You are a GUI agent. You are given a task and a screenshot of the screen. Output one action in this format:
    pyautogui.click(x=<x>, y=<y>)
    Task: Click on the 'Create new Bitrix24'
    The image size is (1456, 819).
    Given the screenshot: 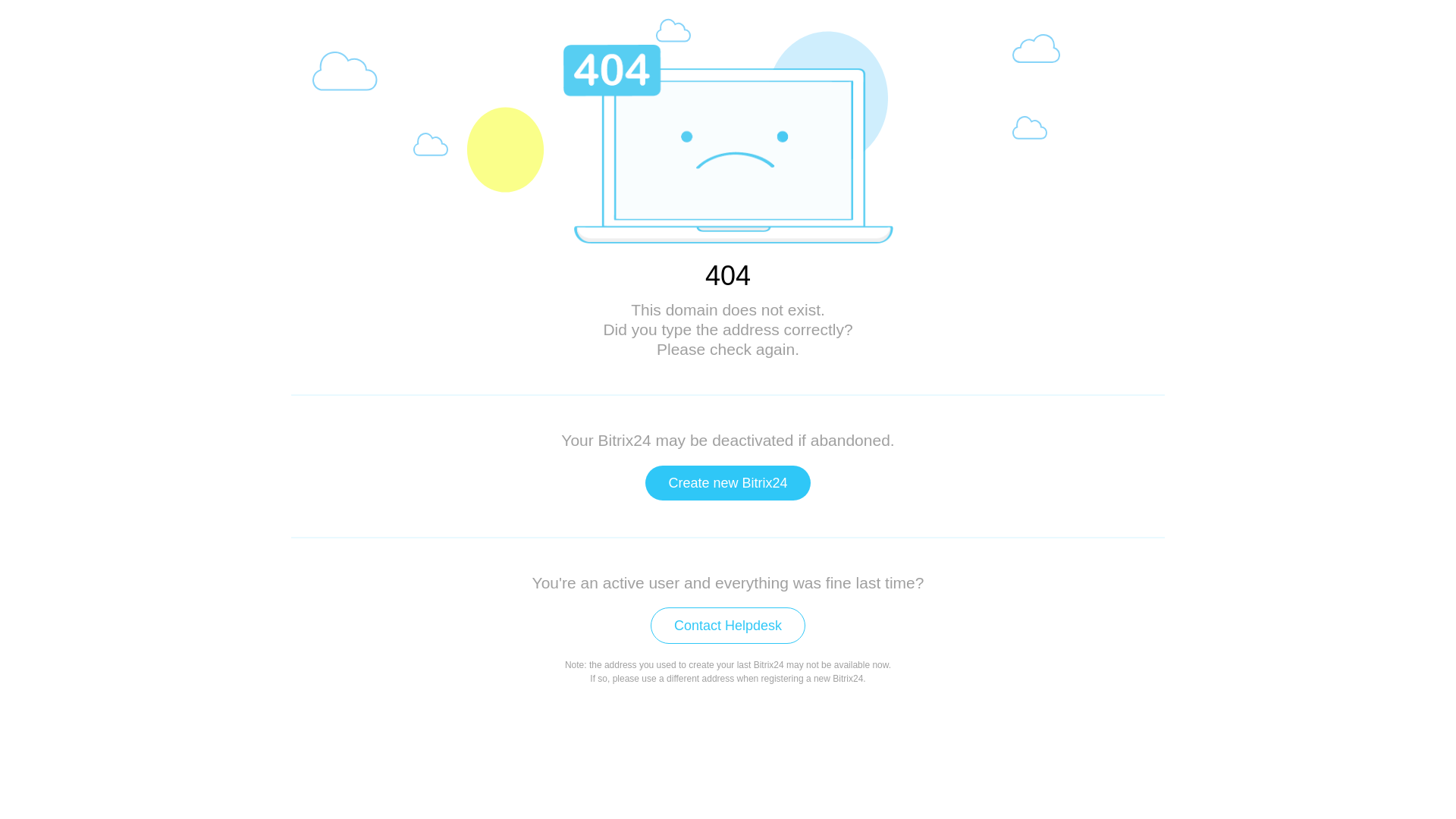 What is the action you would take?
    pyautogui.click(x=726, y=482)
    